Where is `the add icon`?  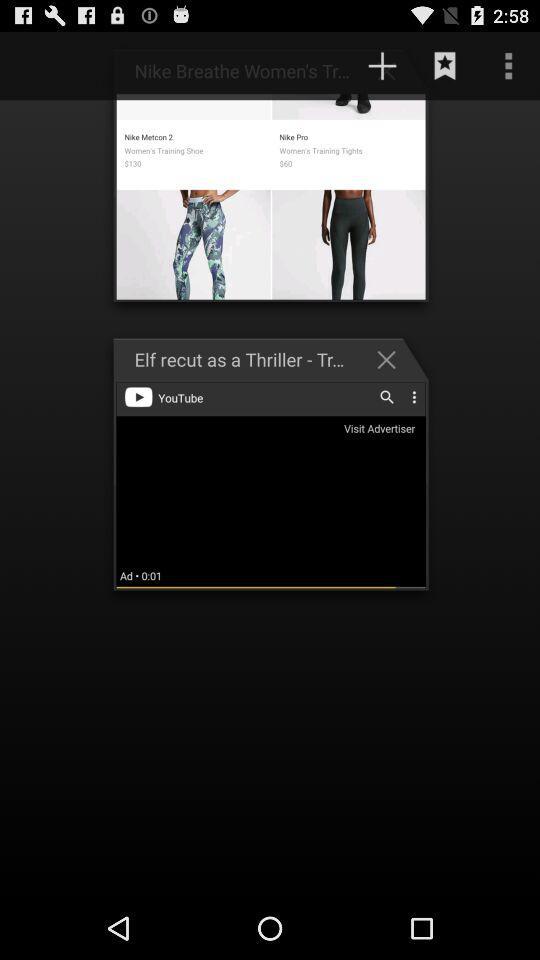
the add icon is located at coordinates (391, 75).